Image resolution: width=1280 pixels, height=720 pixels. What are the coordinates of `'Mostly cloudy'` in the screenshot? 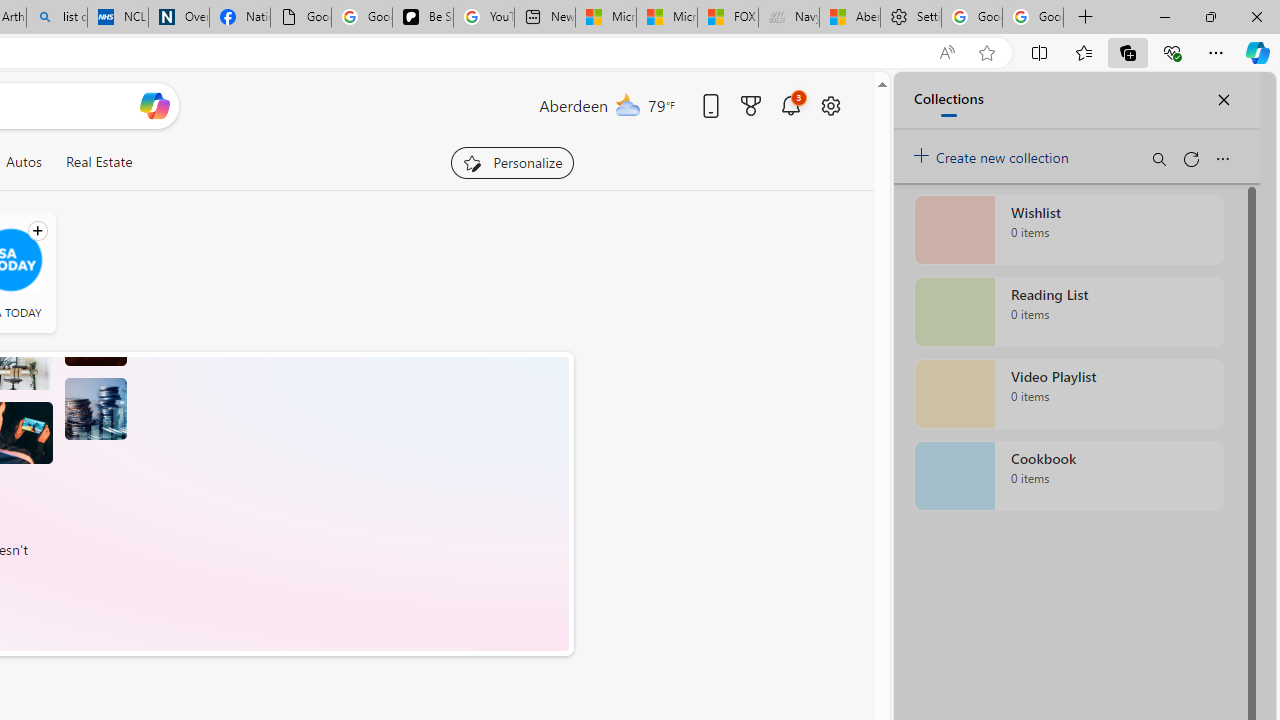 It's located at (627, 104).